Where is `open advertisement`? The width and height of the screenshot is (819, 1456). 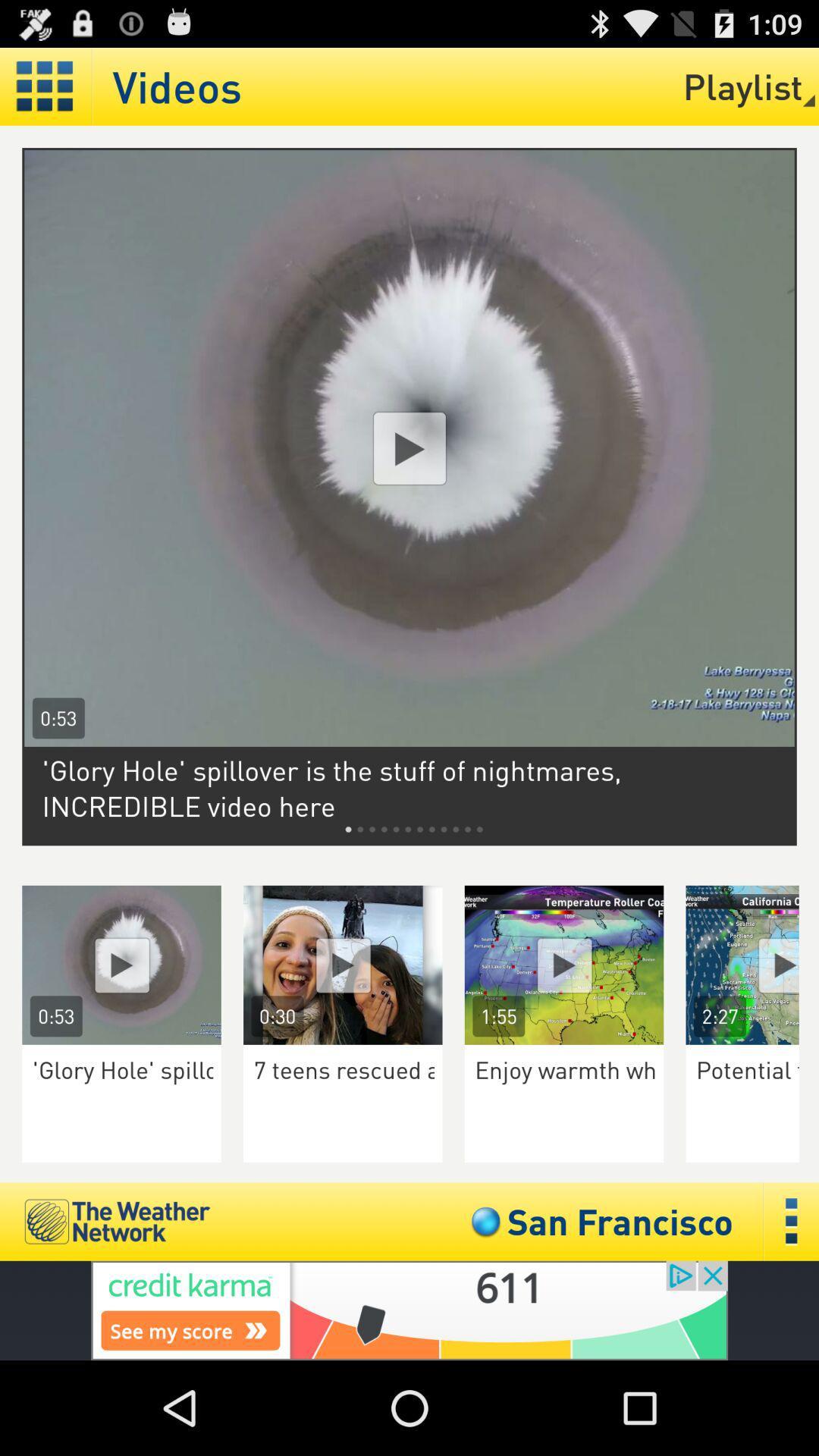
open advertisement is located at coordinates (409, 1310).